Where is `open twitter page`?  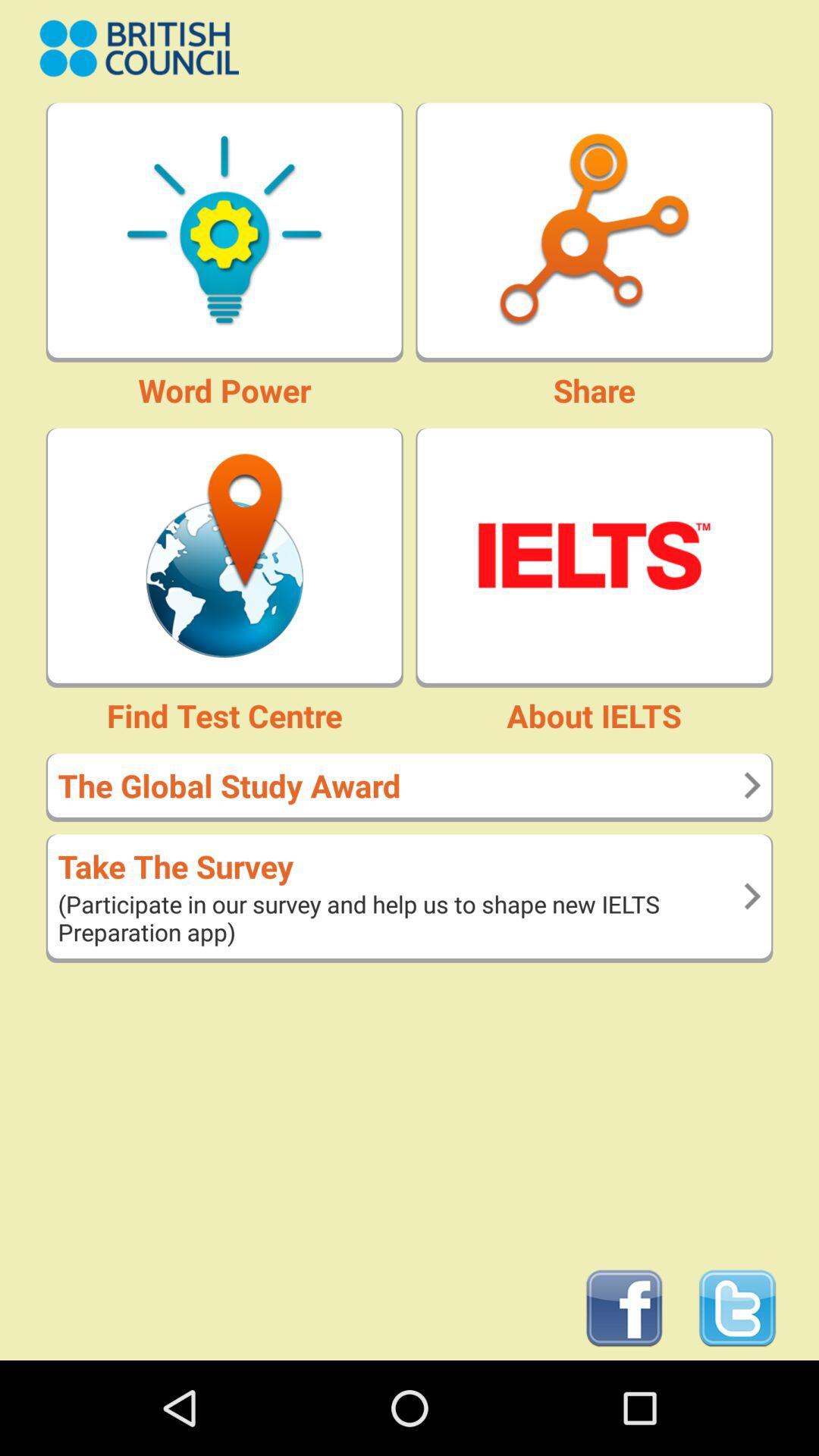 open twitter page is located at coordinates (736, 1307).